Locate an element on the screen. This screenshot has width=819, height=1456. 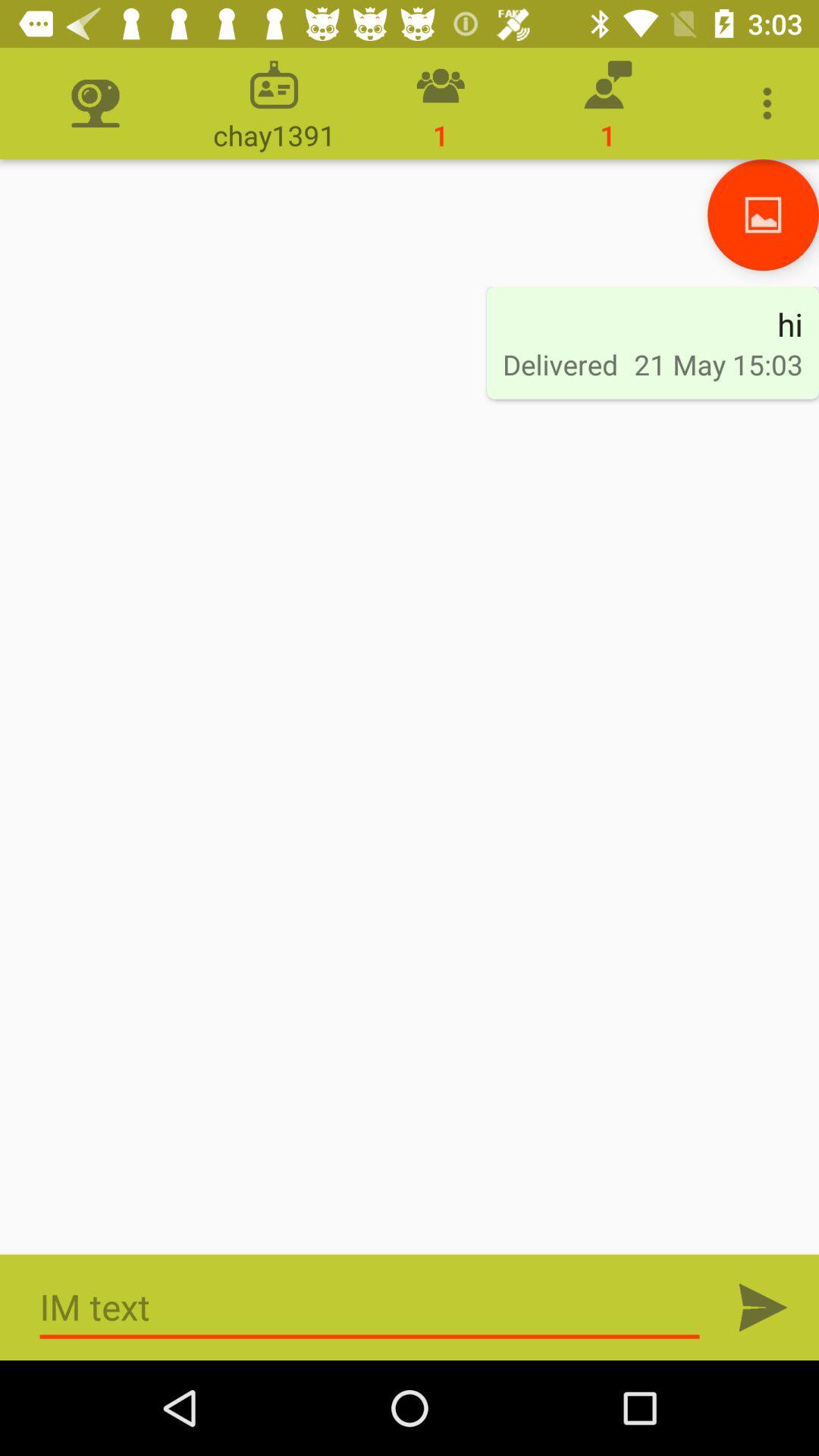
message is located at coordinates (369, 1307).